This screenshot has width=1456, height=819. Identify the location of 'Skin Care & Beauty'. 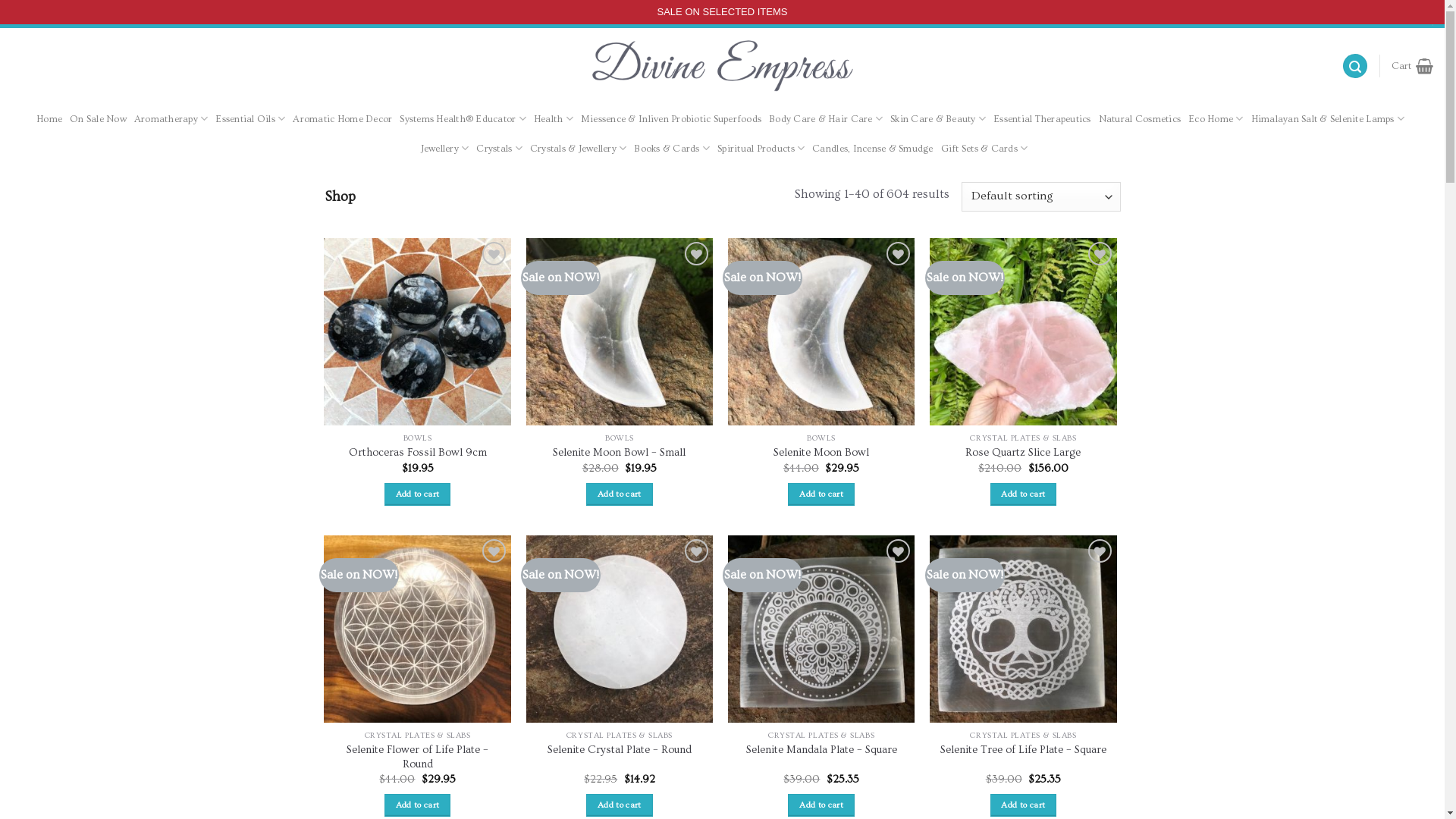
(937, 118).